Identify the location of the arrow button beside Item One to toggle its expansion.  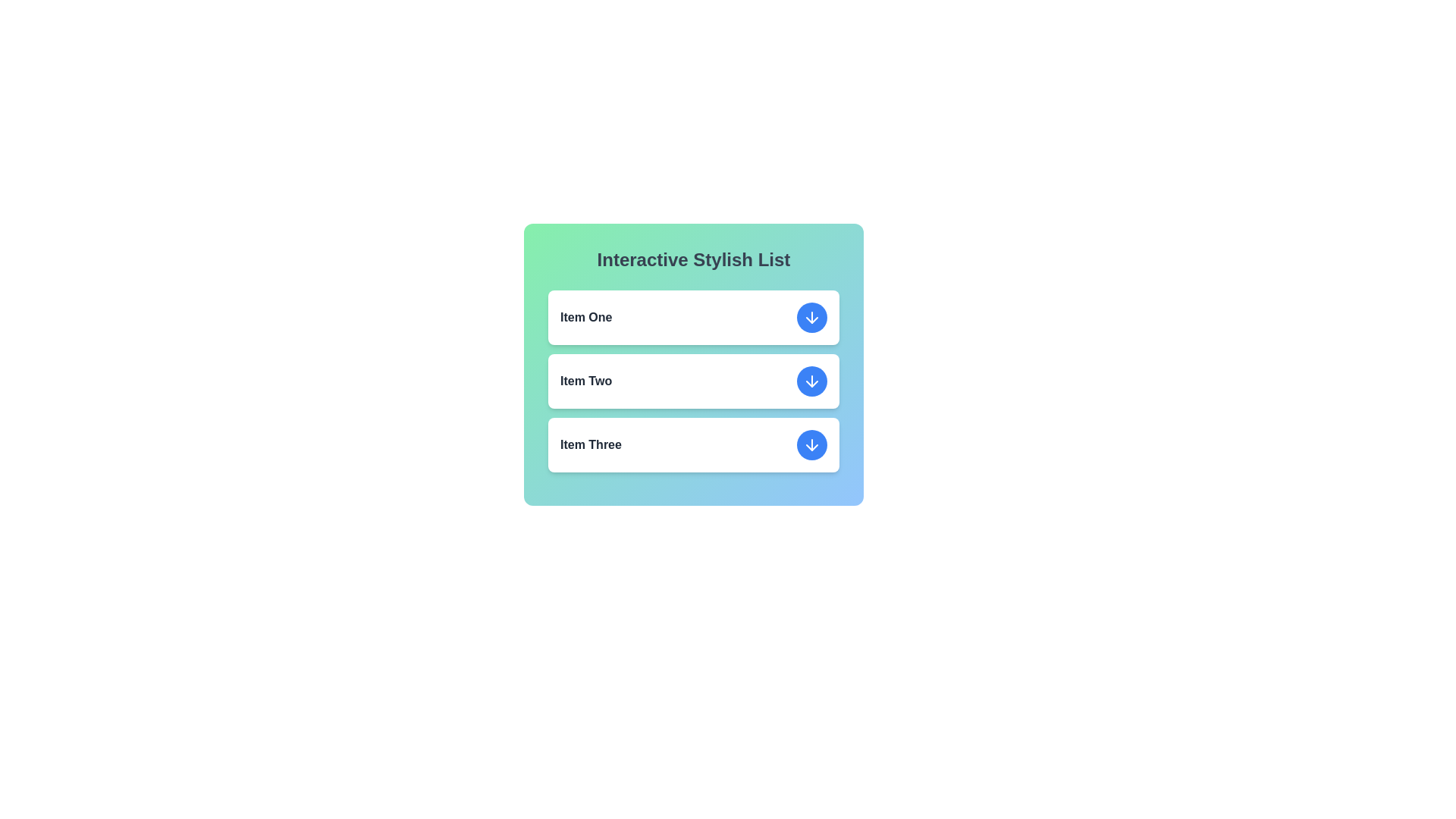
(811, 317).